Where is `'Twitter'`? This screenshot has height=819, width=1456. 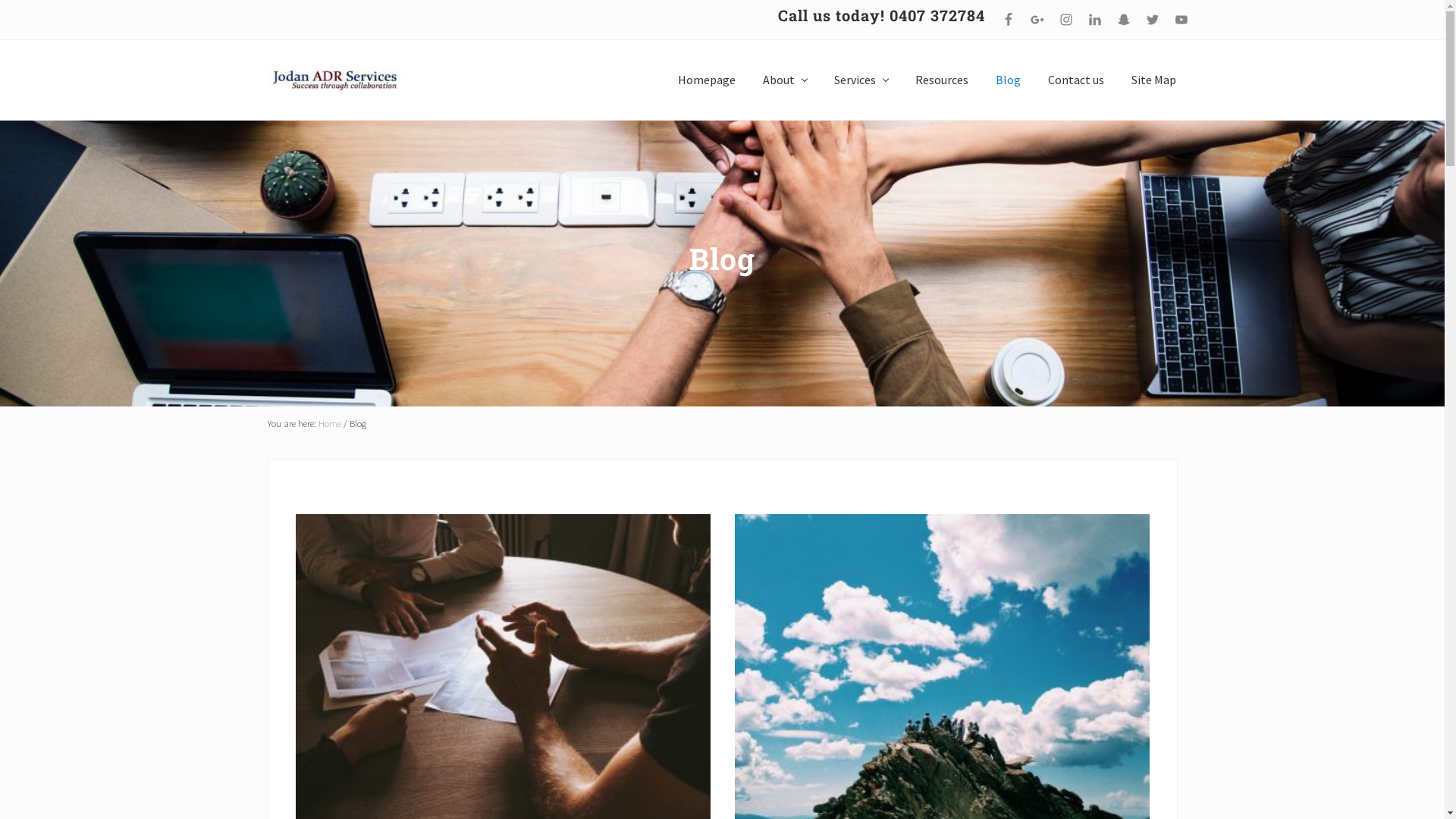
'Twitter' is located at coordinates (1151, 20).